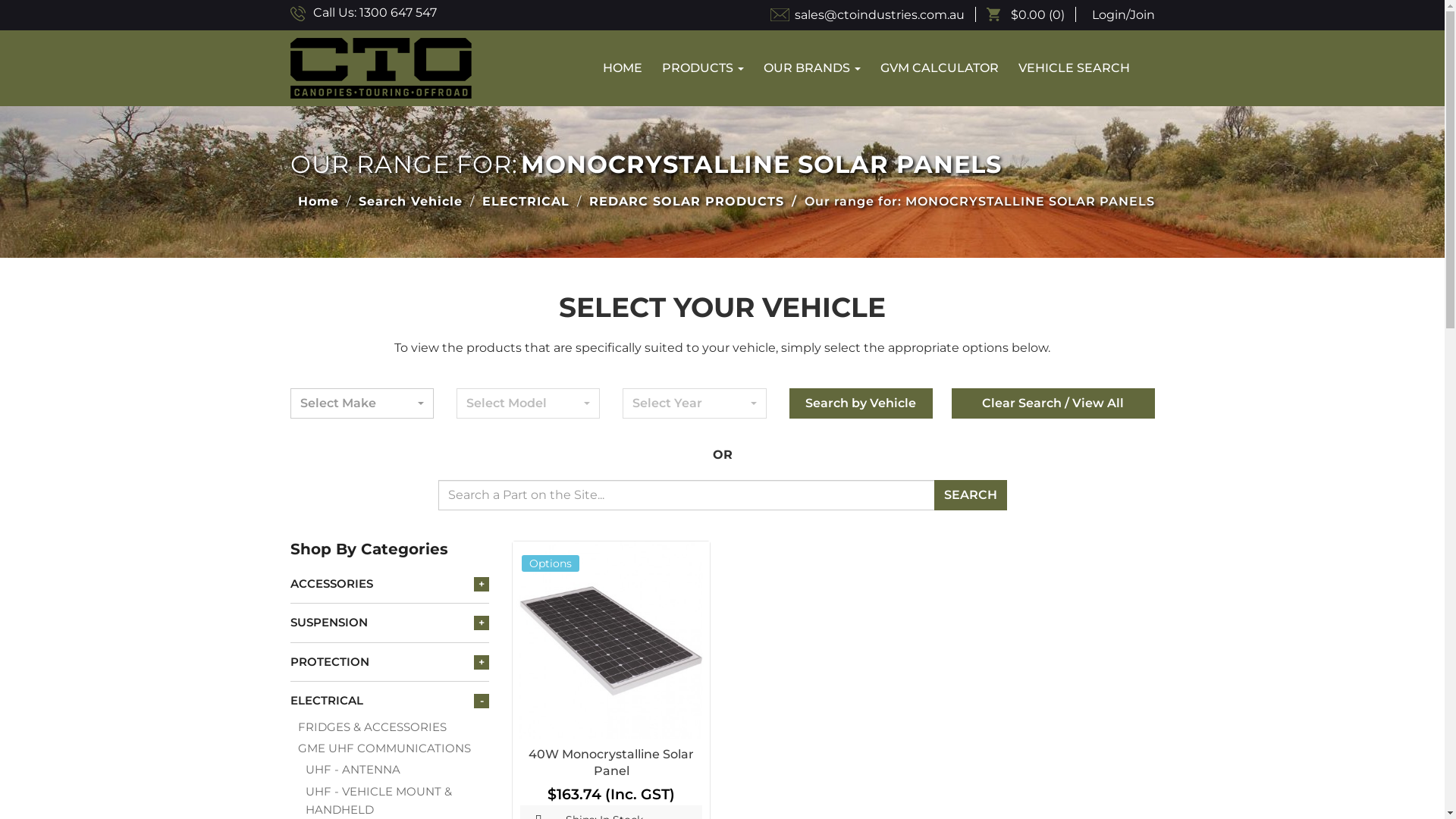  What do you see at coordinates (873, 14) in the screenshot?
I see `'sales@ctoindustries.com.au'` at bounding box center [873, 14].